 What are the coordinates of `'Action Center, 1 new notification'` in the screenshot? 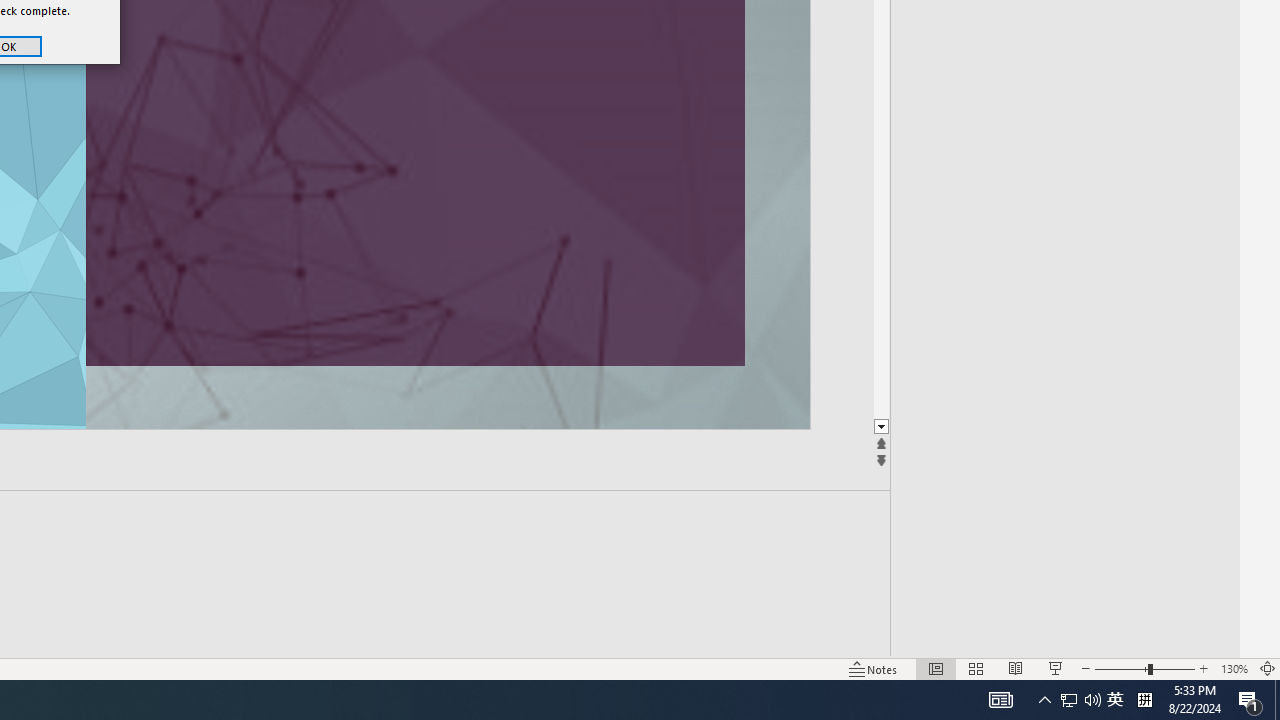 It's located at (1250, 698).